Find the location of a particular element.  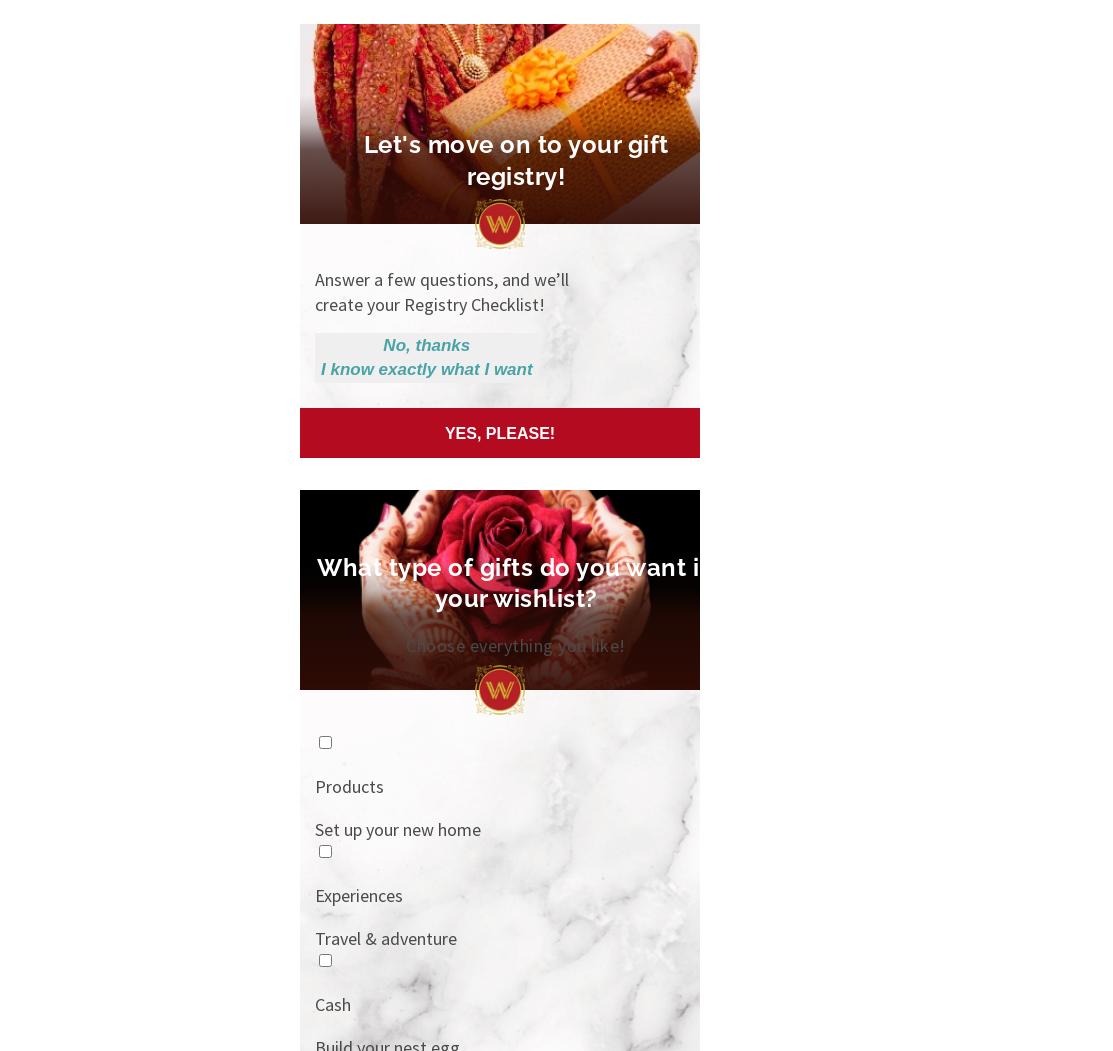

'No, thanks' is located at coordinates (425, 345).